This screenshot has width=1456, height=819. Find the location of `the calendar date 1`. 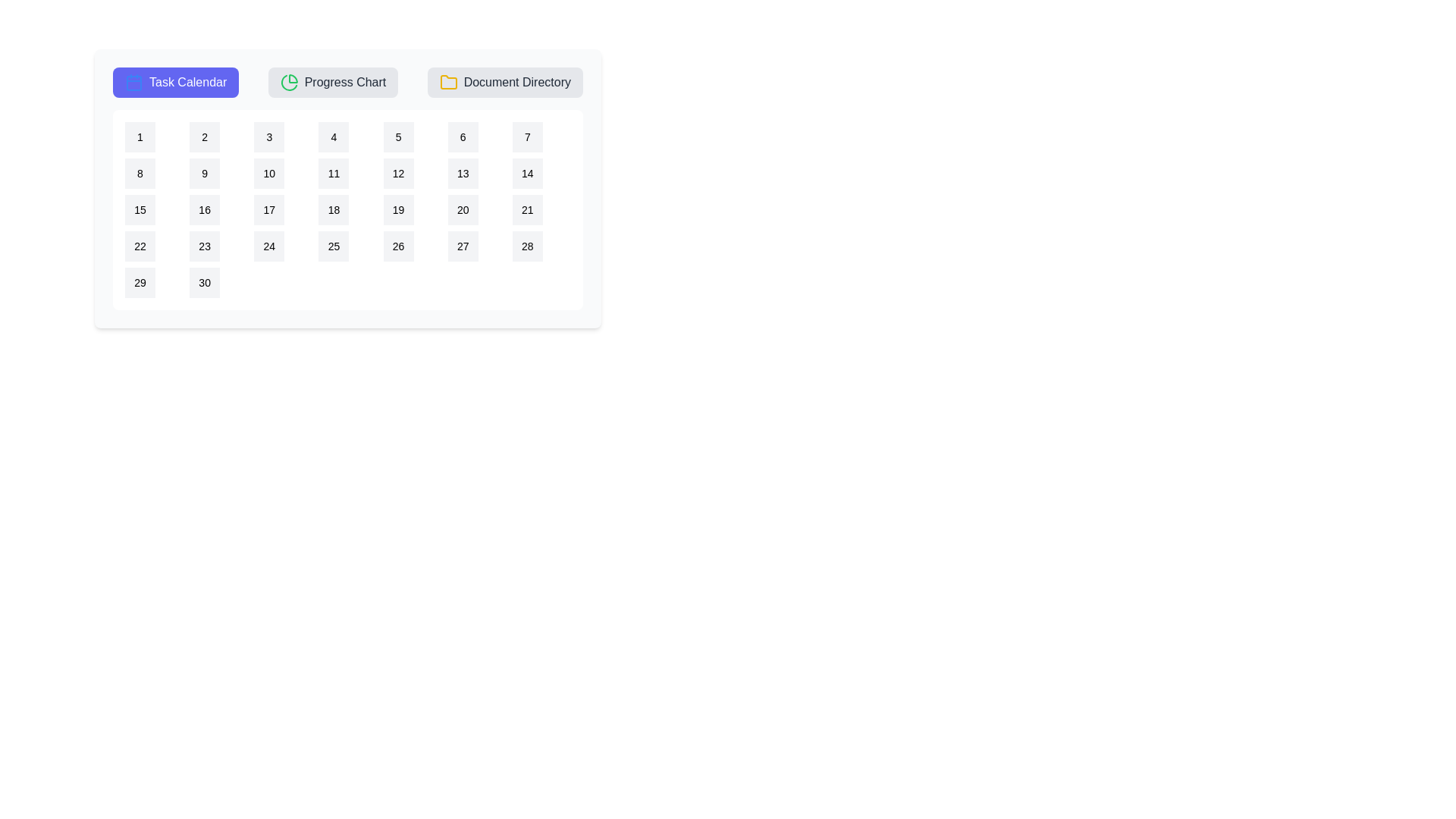

the calendar date 1 is located at coordinates (140, 137).